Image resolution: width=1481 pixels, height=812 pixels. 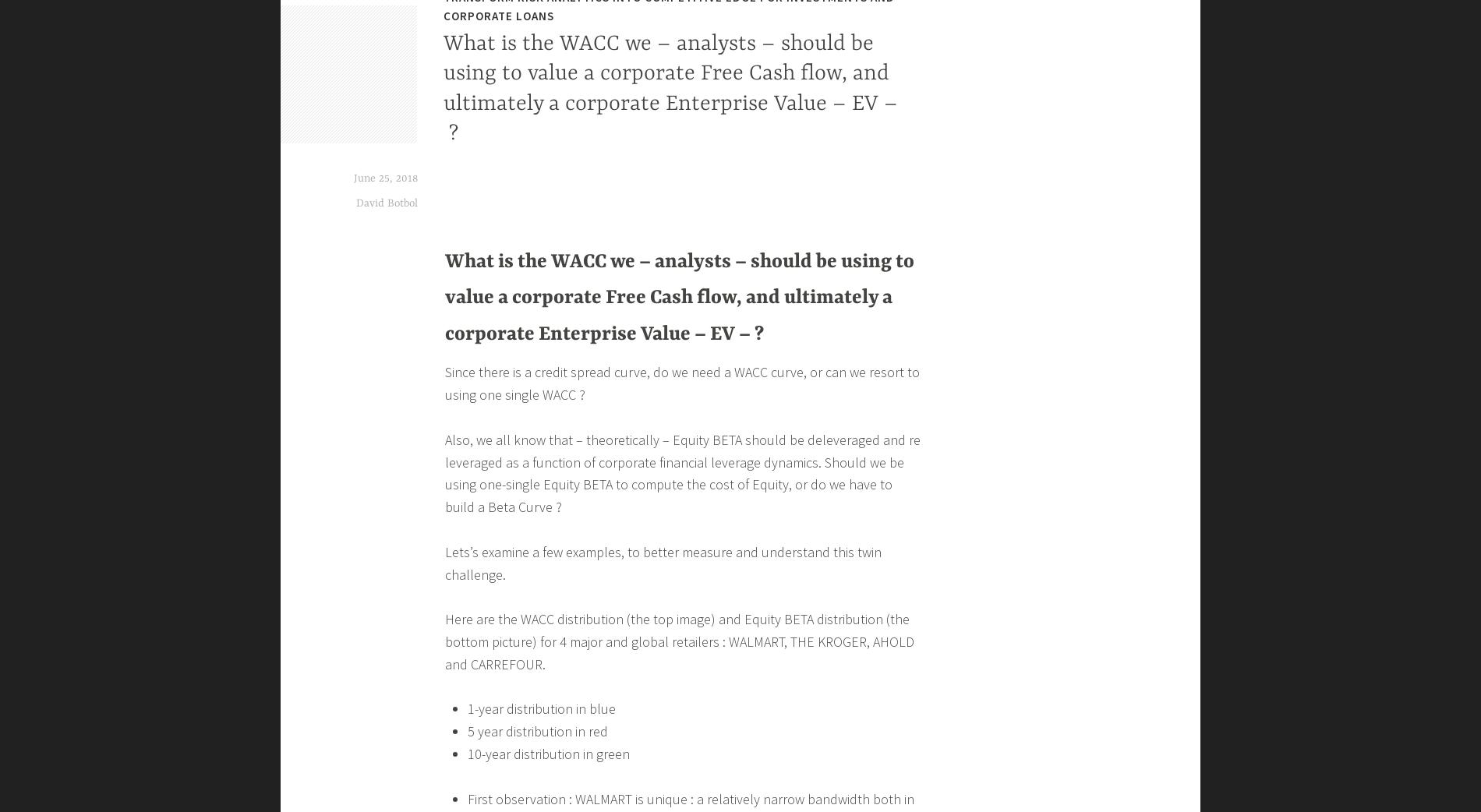 I want to click on '(required)', so click(x=507, y=19).